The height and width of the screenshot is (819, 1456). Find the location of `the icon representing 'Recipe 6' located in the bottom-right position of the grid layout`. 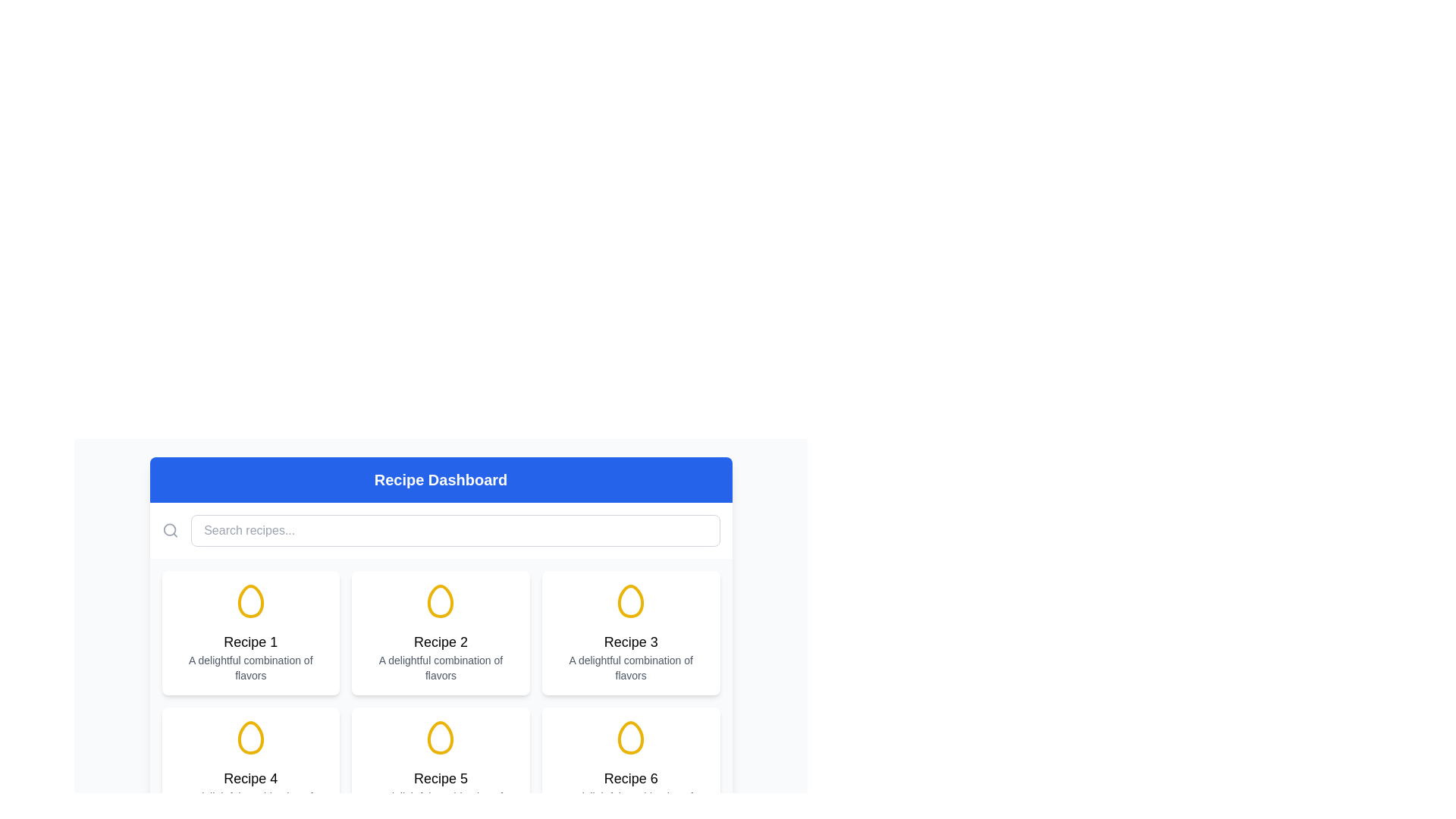

the icon representing 'Recipe 6' located in the bottom-right position of the grid layout is located at coordinates (631, 736).